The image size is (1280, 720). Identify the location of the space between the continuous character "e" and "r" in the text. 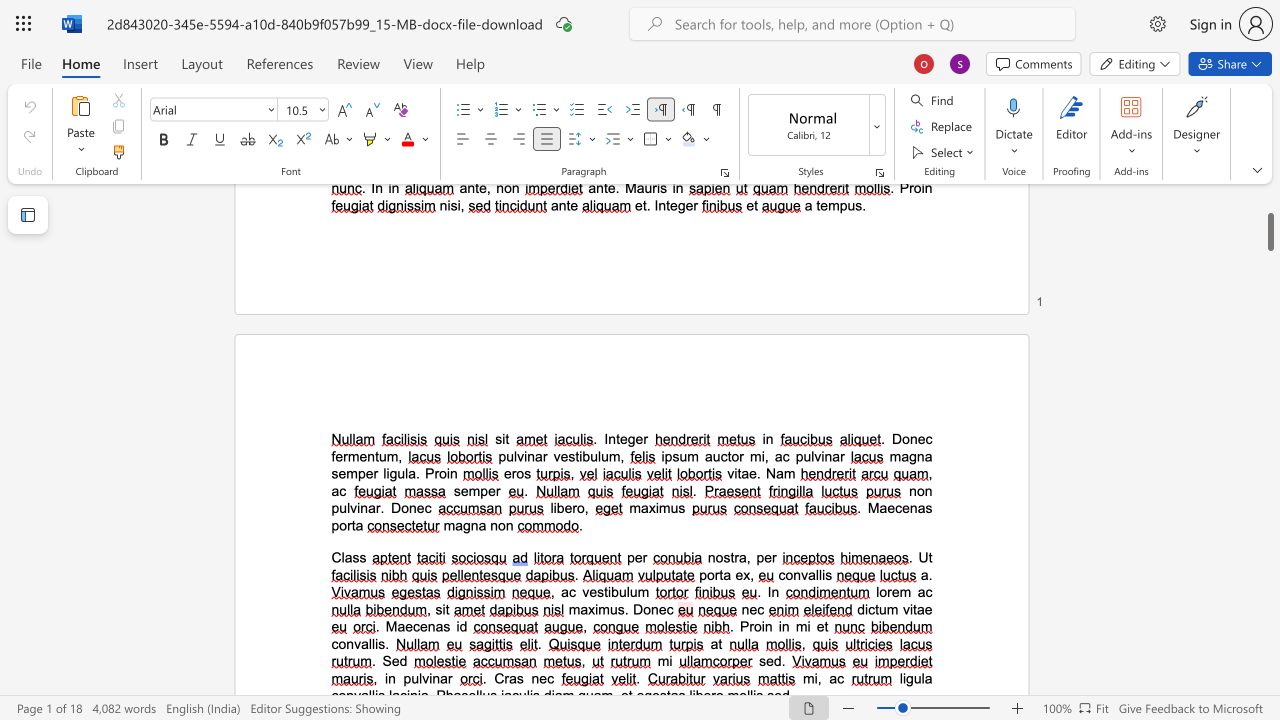
(642, 438).